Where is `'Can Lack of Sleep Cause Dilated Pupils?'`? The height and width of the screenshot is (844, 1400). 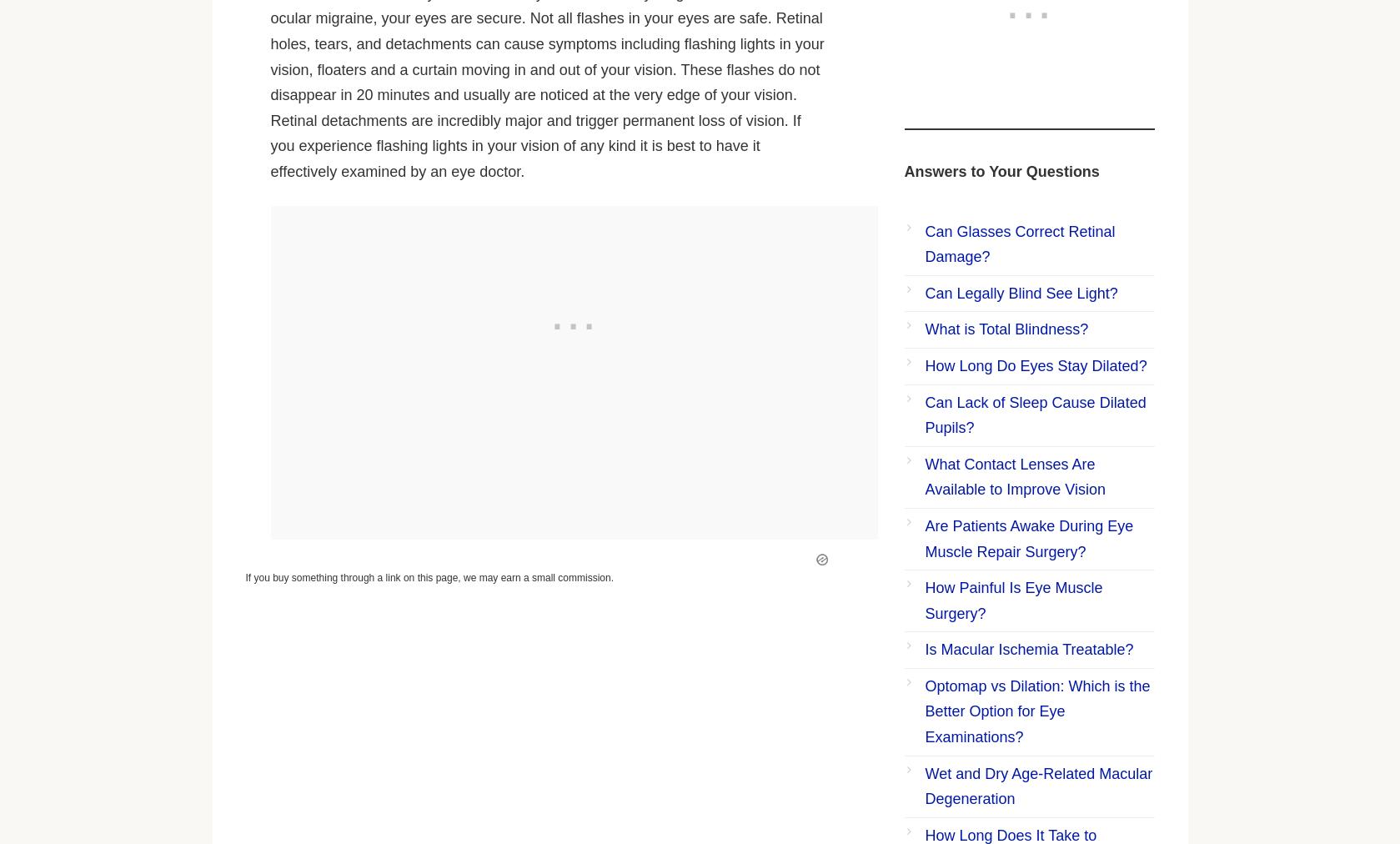 'Can Lack of Sleep Cause Dilated Pupils?' is located at coordinates (1034, 414).